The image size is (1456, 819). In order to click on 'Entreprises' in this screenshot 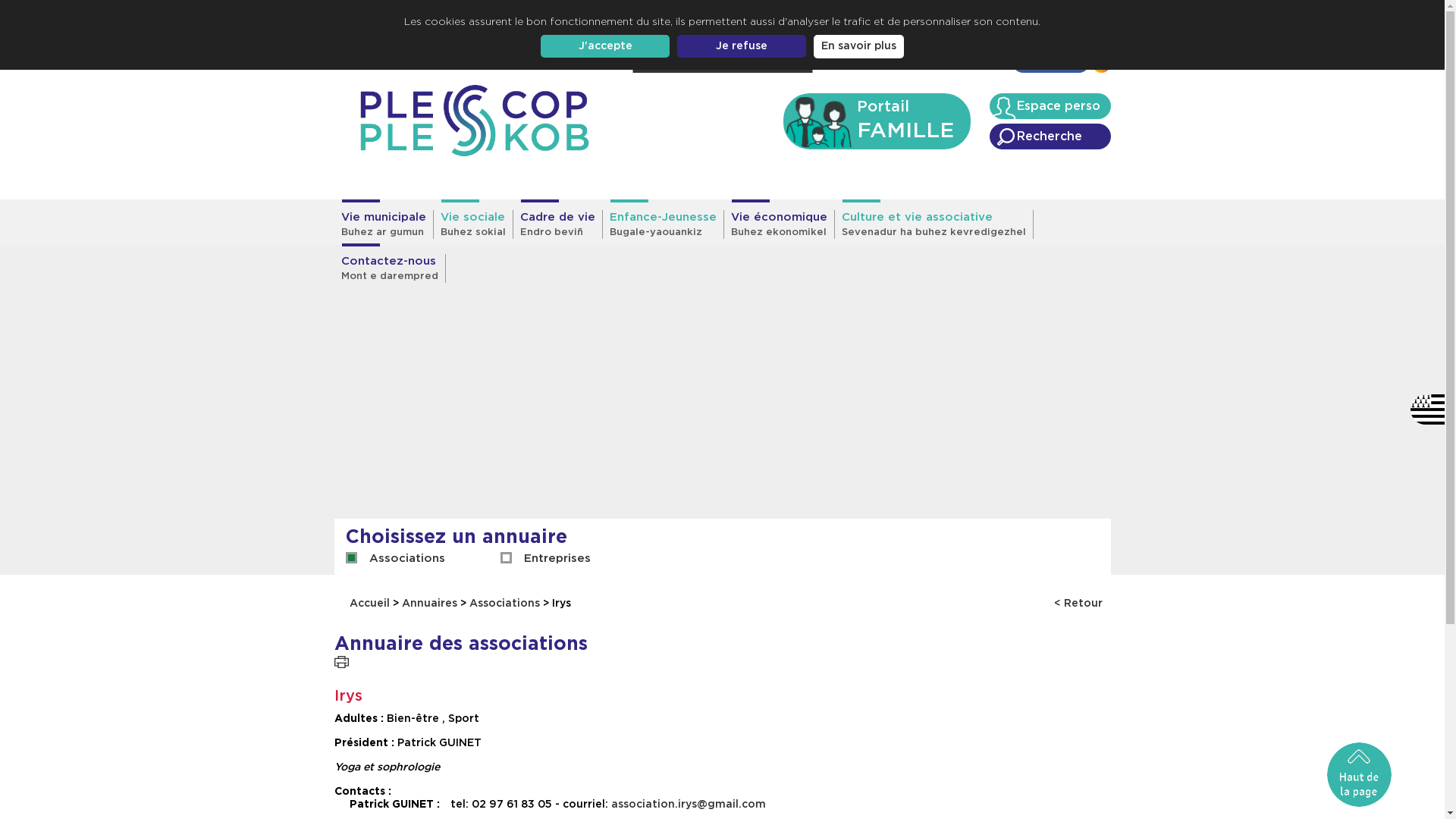, I will do `click(556, 558)`.